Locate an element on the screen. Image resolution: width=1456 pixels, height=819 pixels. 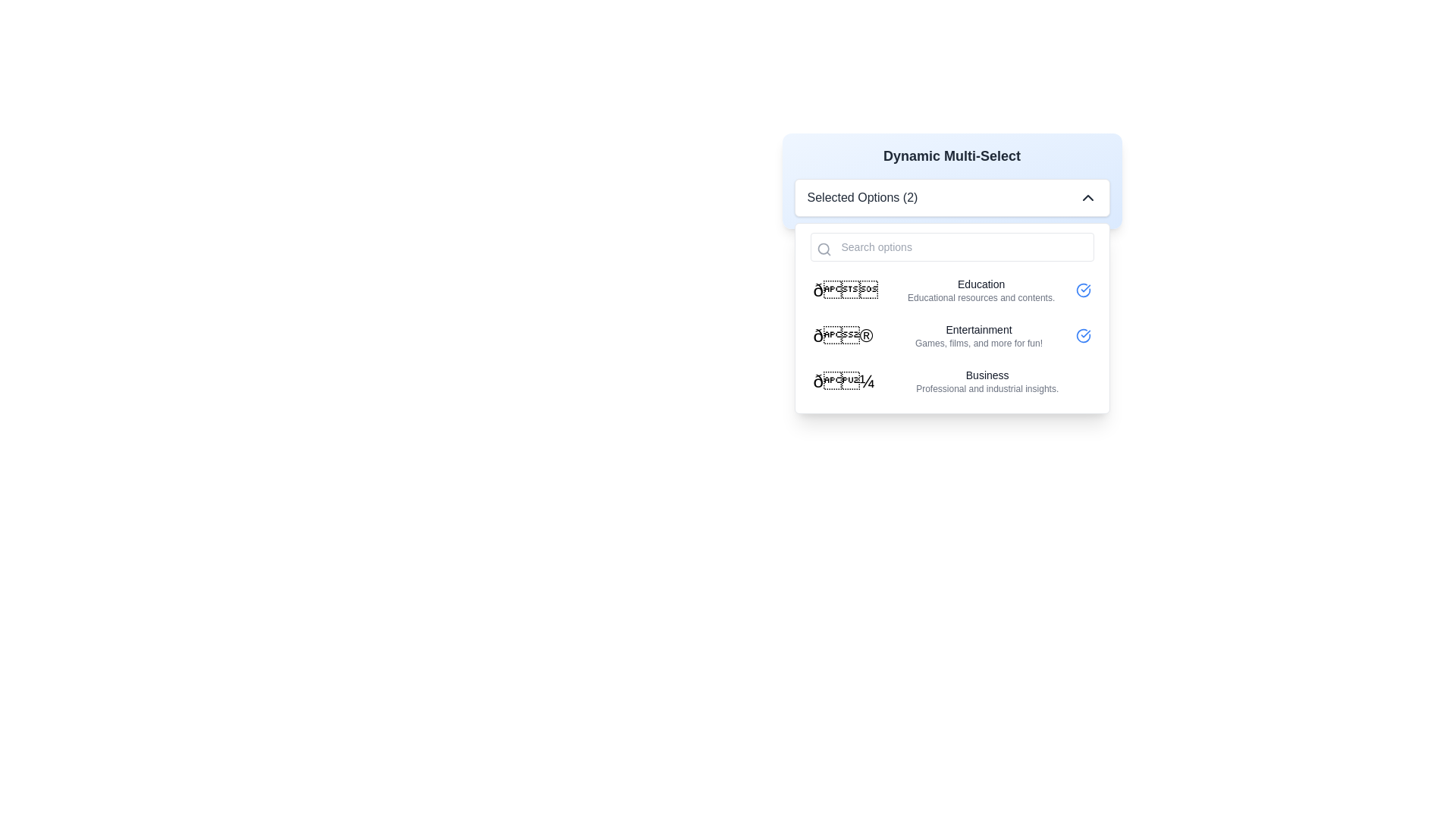
the third selectable list option labeled 'Business' which features an emoji and a description in a dropdown or modal dialog is located at coordinates (951, 380).